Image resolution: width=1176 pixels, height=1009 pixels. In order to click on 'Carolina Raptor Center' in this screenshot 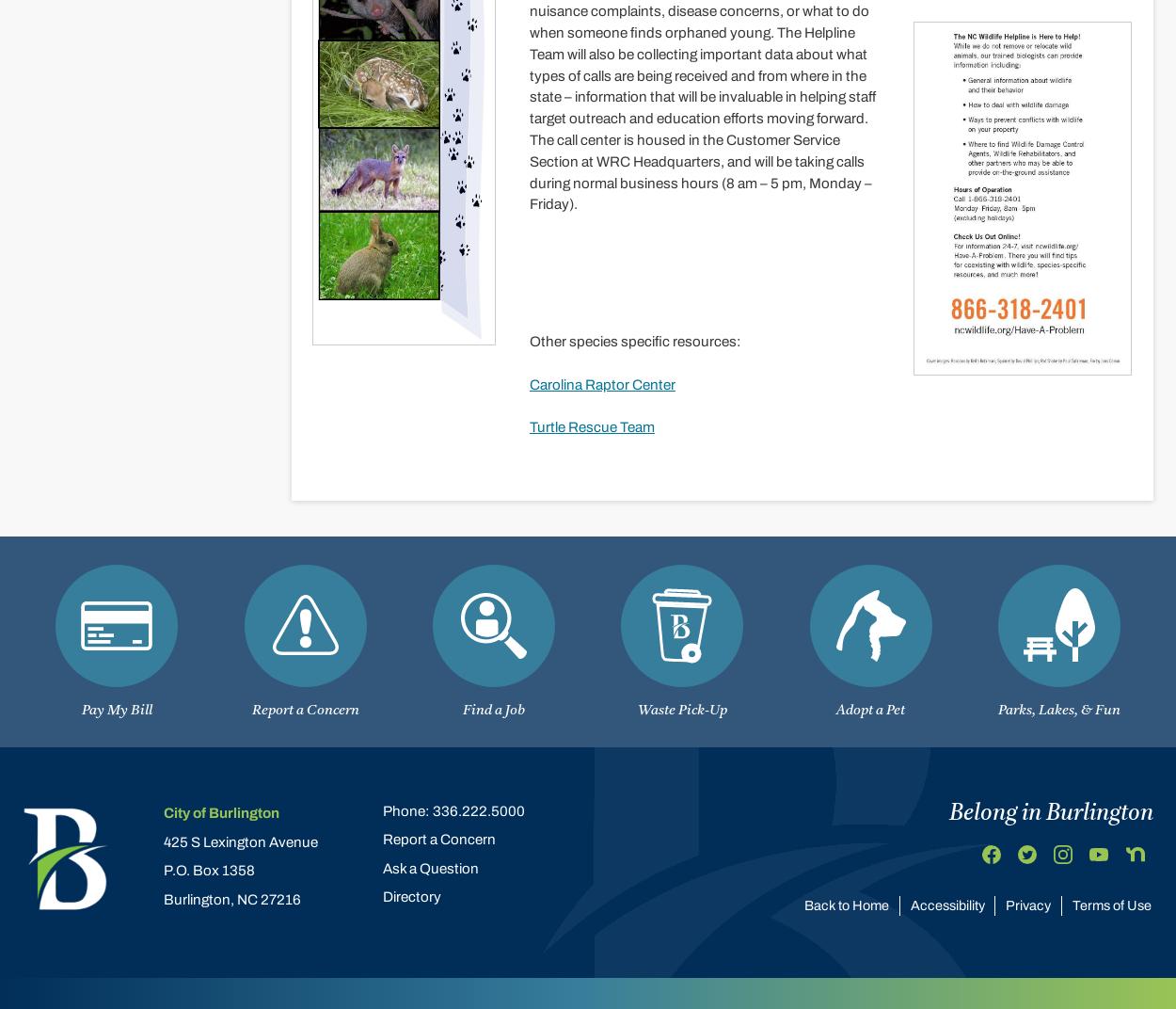, I will do `click(601, 383)`.